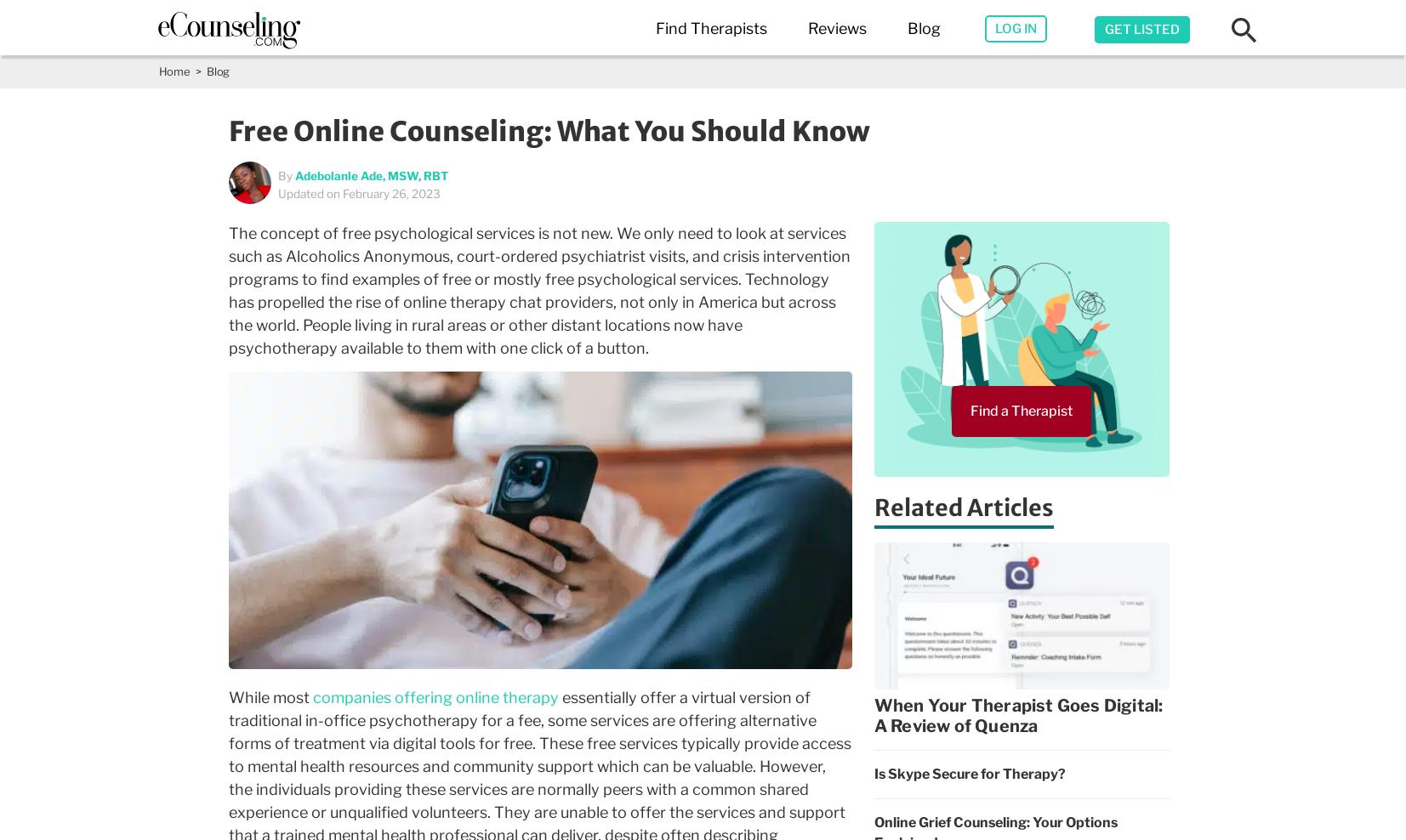 The width and height of the screenshot is (1406, 840). I want to click on 'Los Angeles,CA', so click(511, 450).